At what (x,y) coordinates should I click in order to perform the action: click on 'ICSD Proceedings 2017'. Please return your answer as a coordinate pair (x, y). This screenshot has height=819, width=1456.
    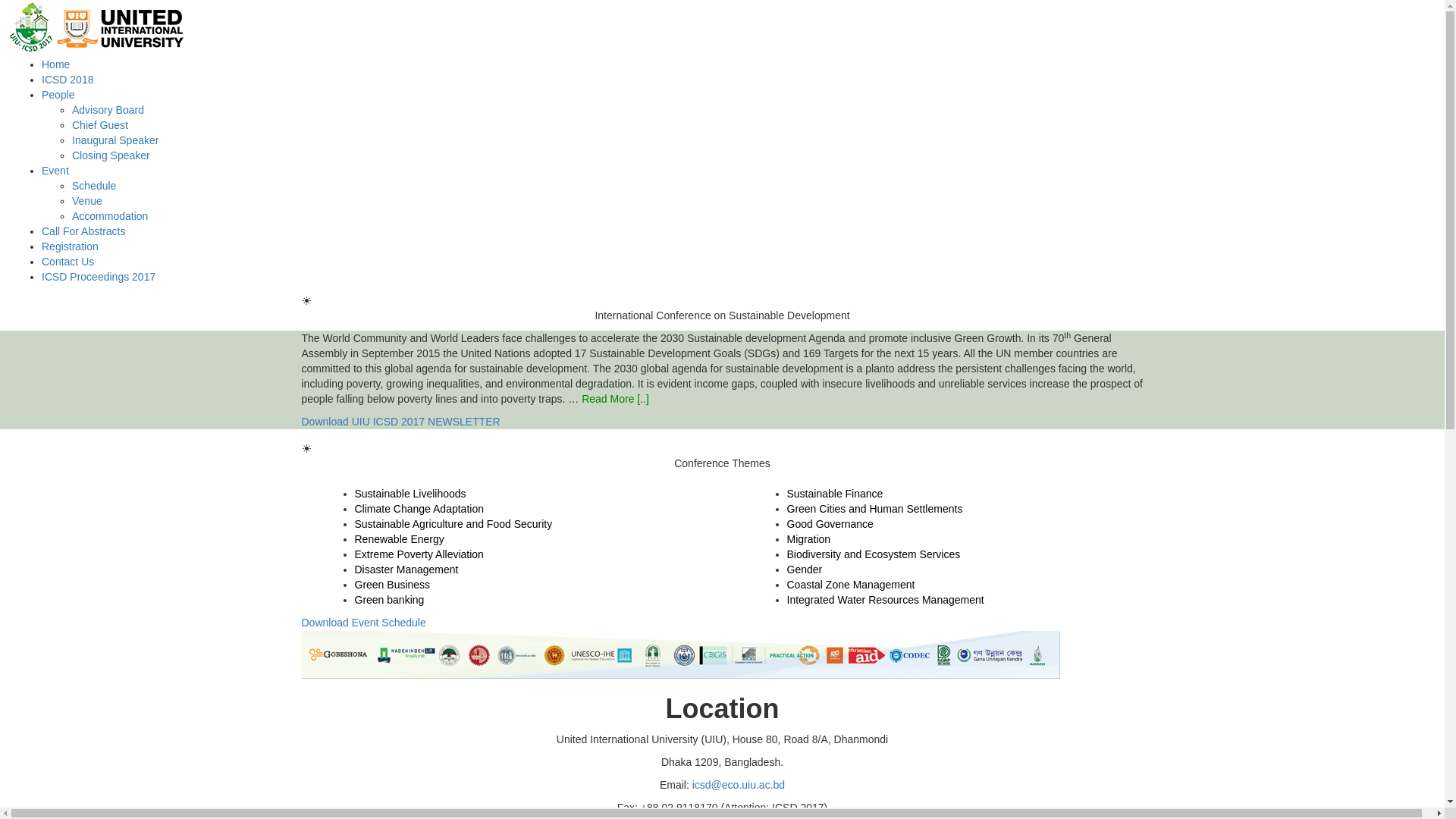
    Looking at the image, I should click on (97, 277).